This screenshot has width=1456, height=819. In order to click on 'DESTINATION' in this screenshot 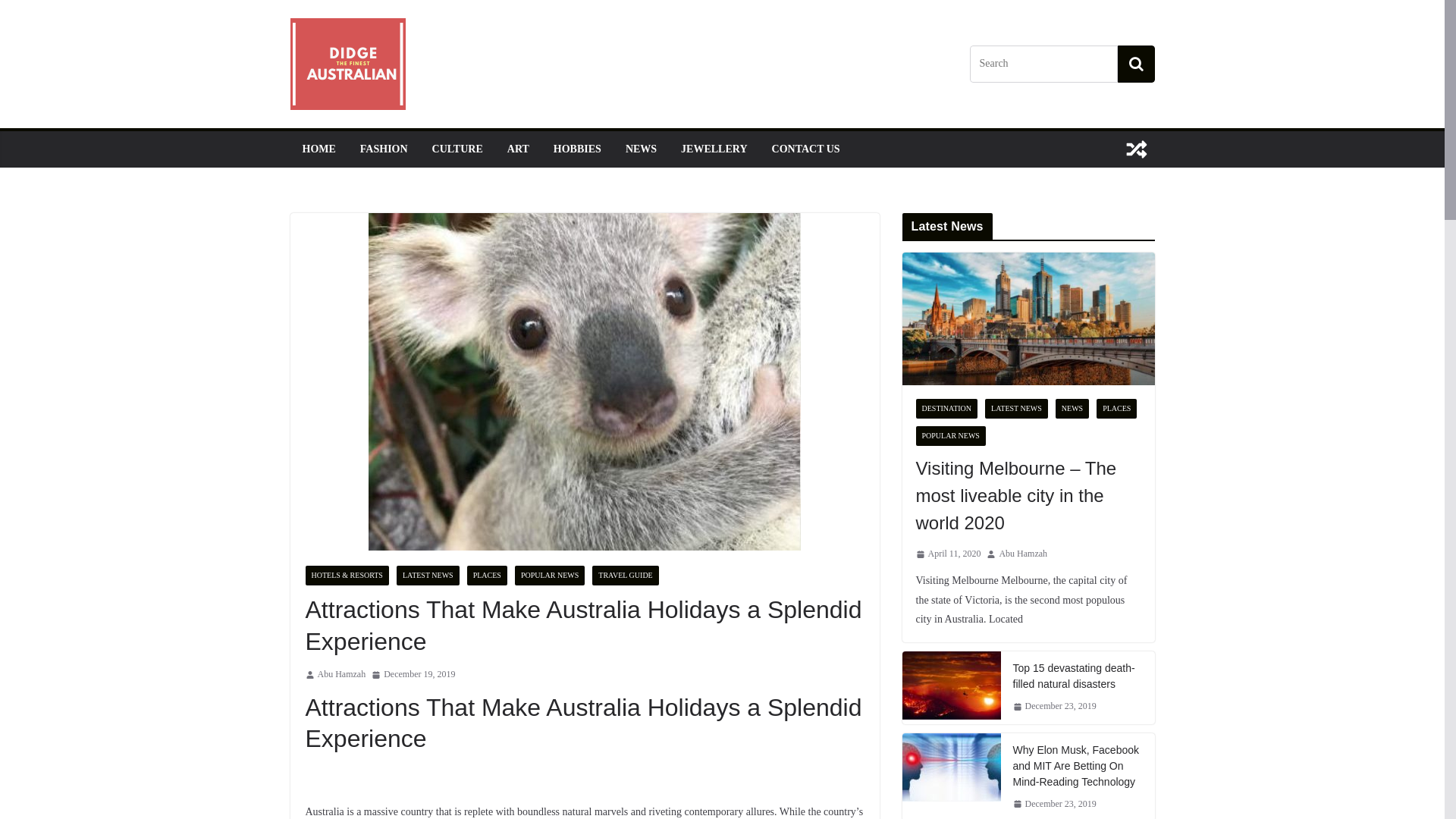, I will do `click(946, 408)`.